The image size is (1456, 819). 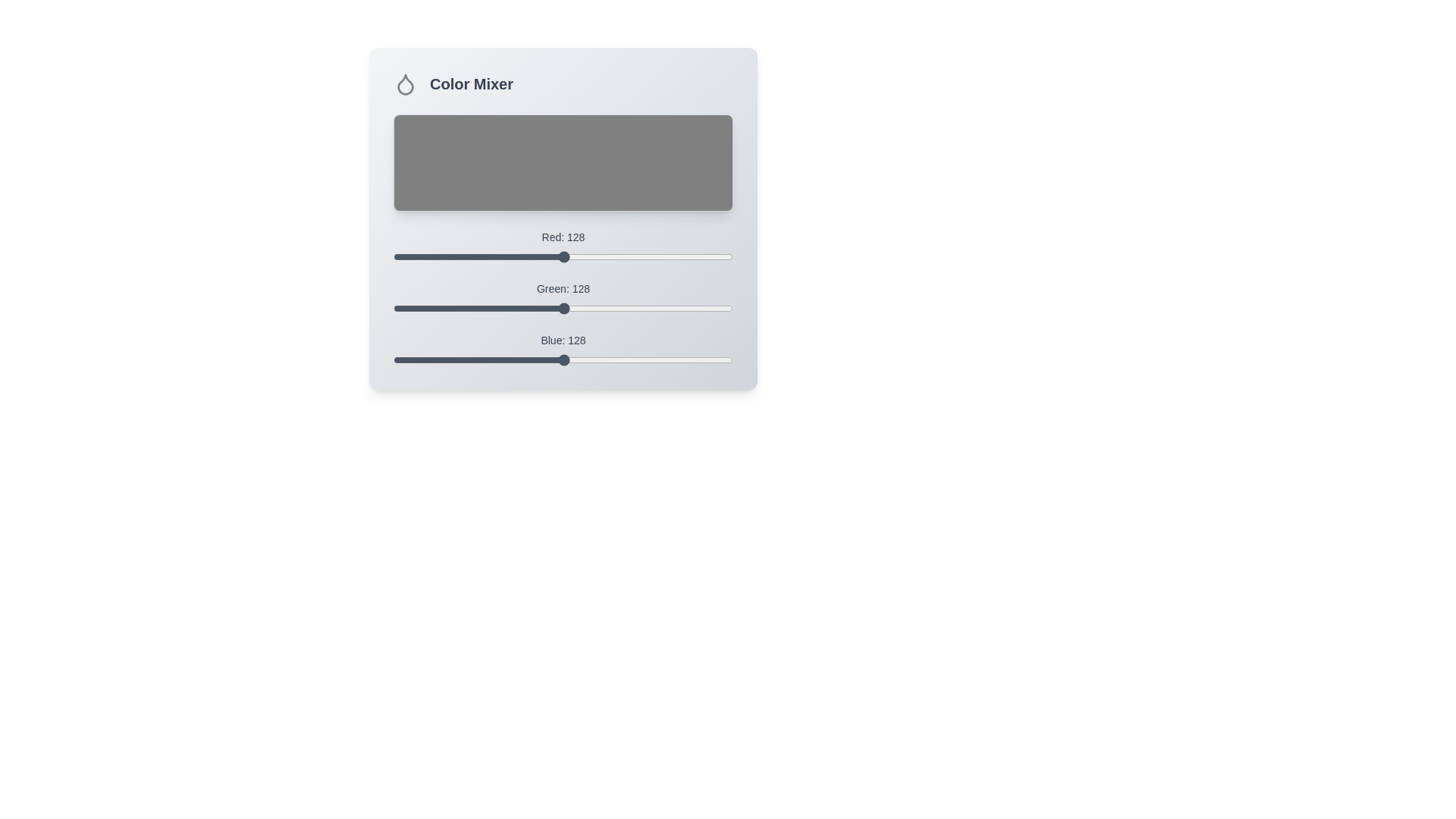 What do you see at coordinates (459, 250) in the screenshot?
I see `the 0 slider to 50` at bounding box center [459, 250].